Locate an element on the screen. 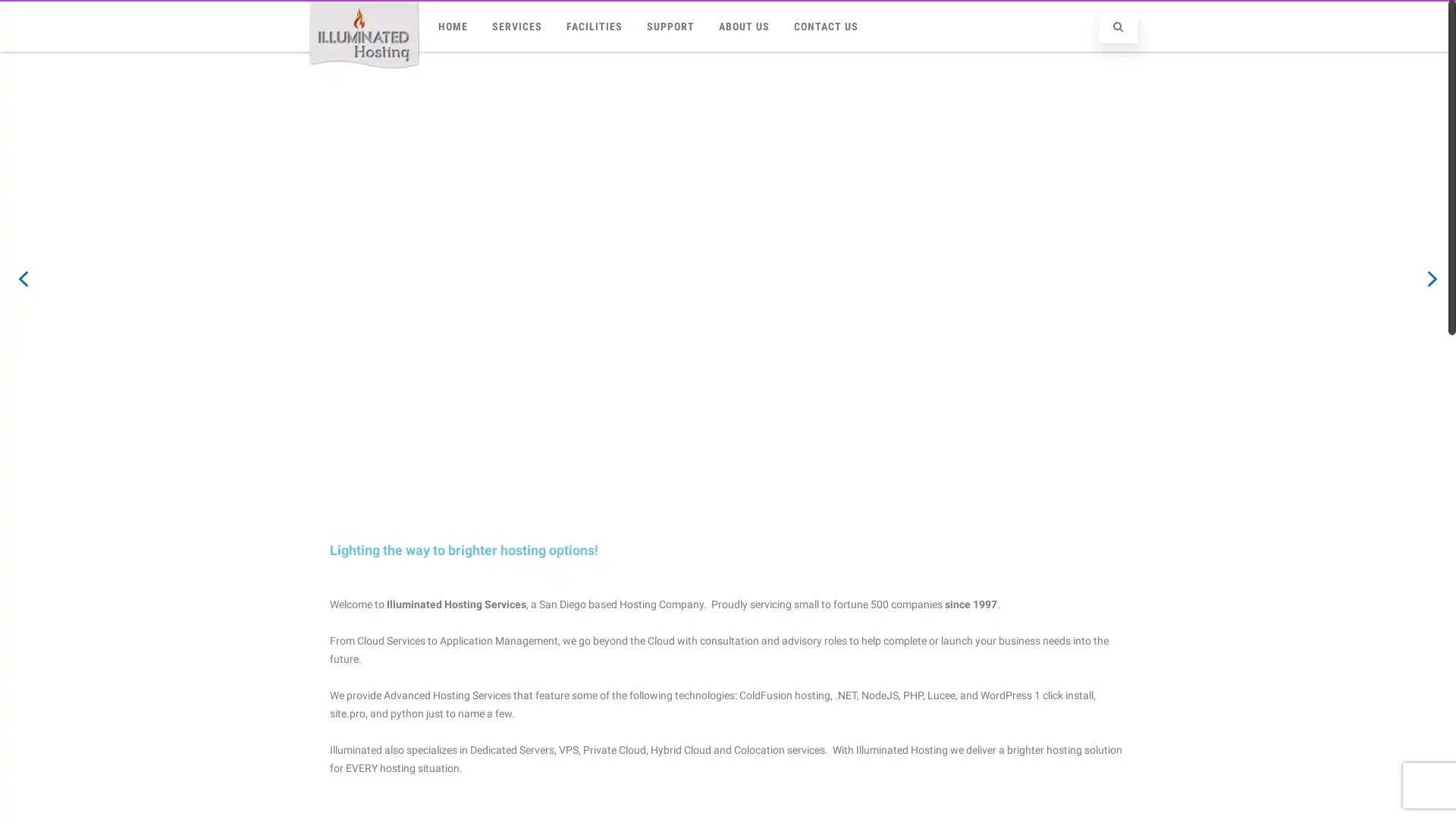 The height and width of the screenshot is (819, 1456). Cloud VPS is located at coordinates (706, 489).